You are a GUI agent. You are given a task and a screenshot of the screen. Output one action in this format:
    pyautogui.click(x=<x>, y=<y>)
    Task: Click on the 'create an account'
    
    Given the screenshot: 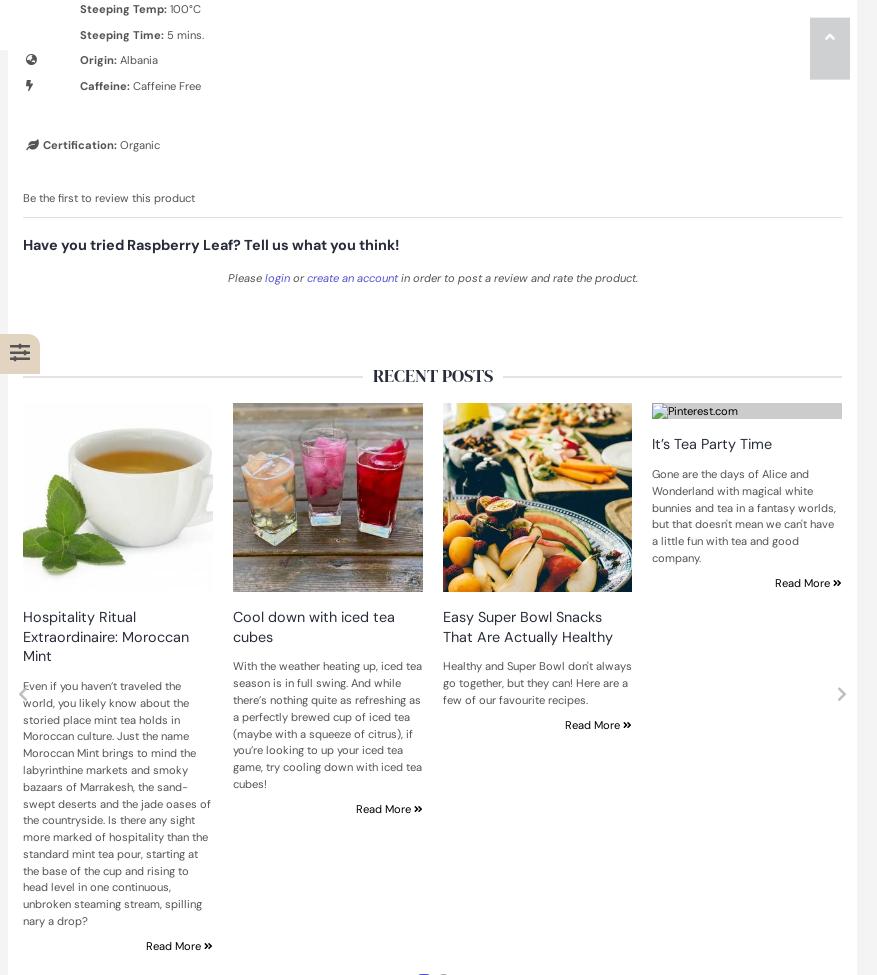 What is the action you would take?
    pyautogui.click(x=304, y=277)
    